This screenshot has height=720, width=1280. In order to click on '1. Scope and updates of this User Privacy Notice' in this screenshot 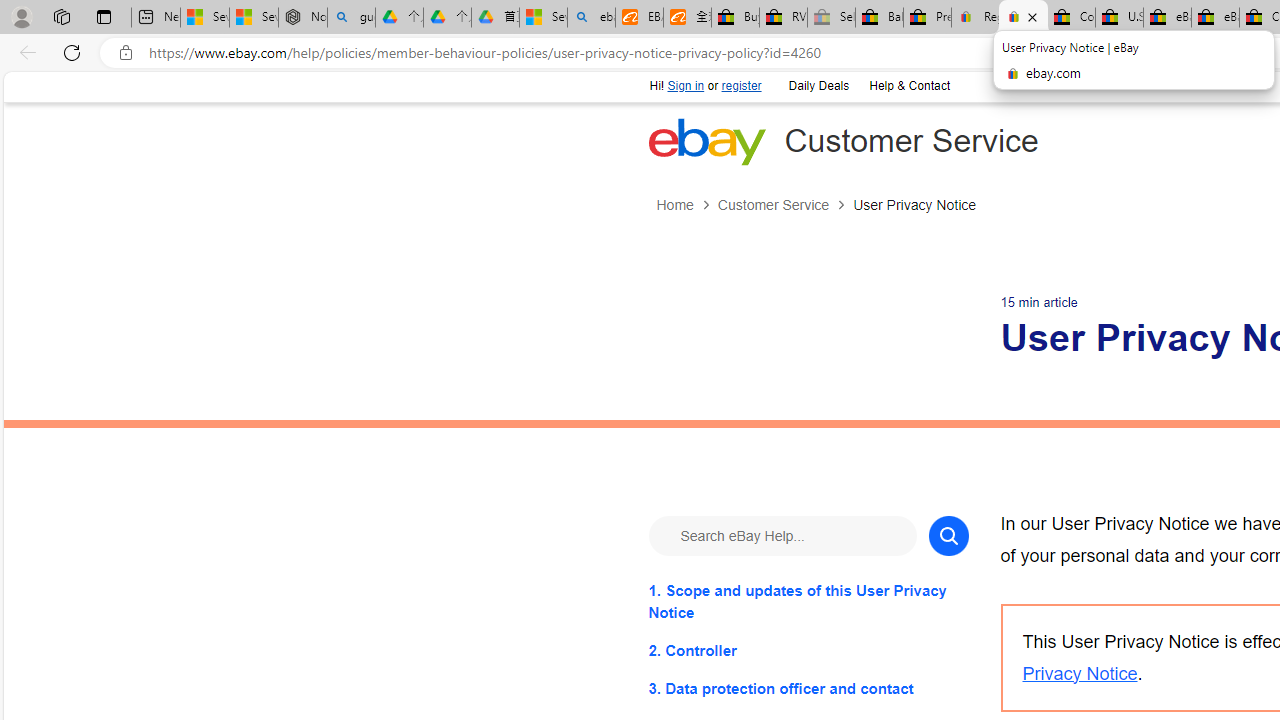, I will do `click(808, 600)`.